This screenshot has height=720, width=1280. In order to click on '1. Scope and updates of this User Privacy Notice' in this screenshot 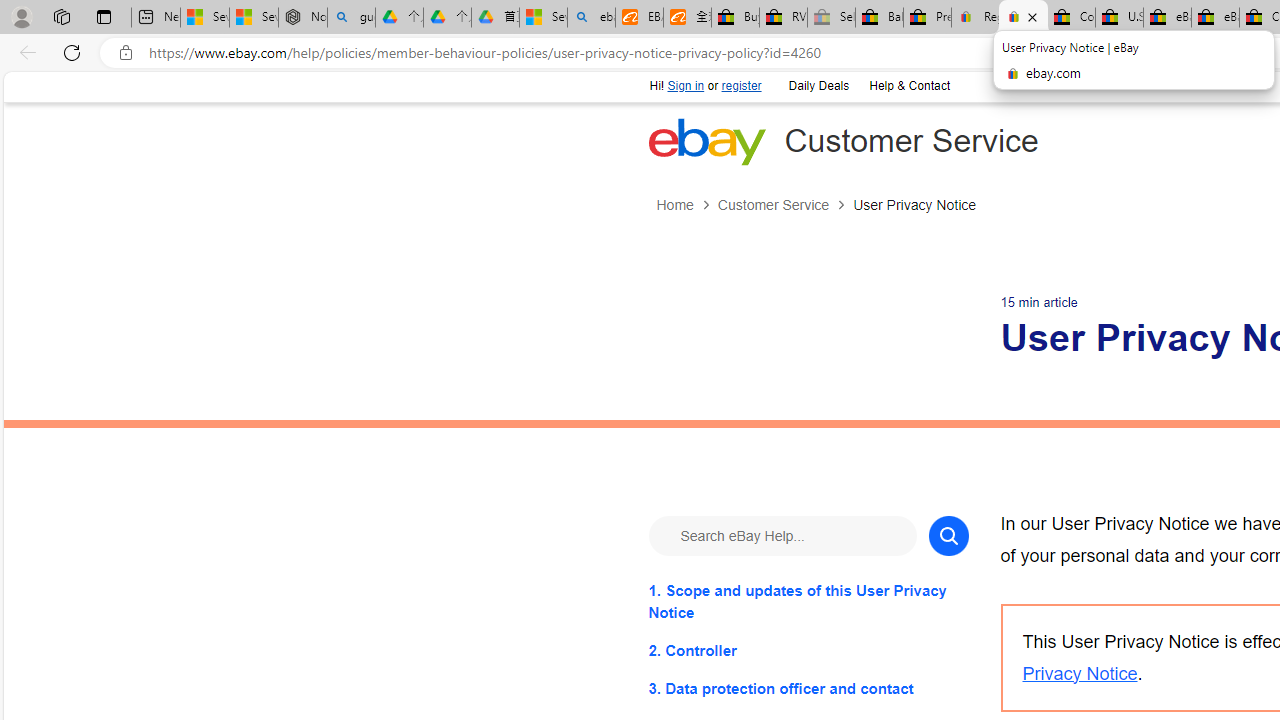, I will do `click(808, 600)`.